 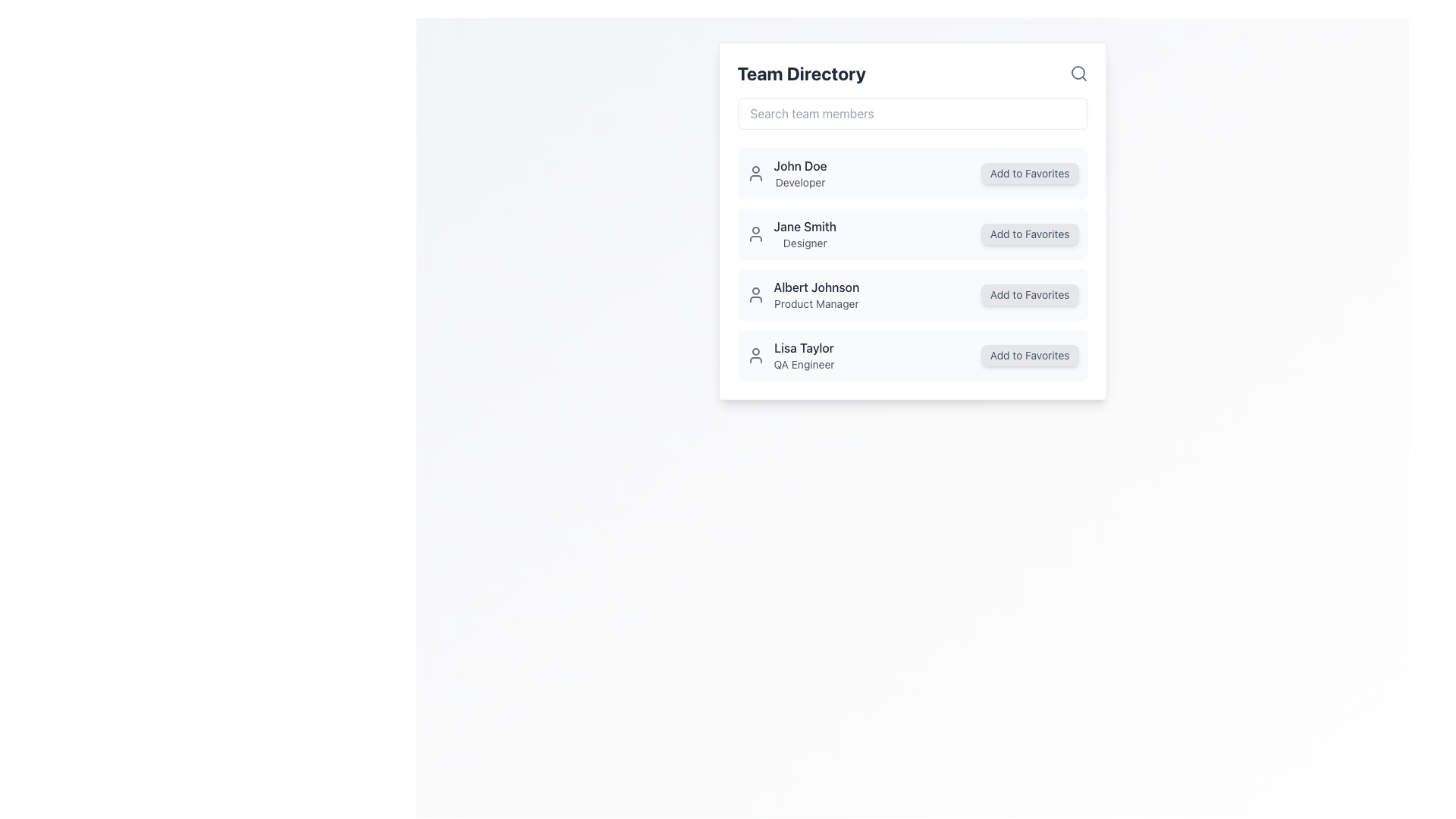 I want to click on the text label displaying 'Lisa Taylor' in bold, dark gray font, located in the fourth row of the team directory, above the job title 'QA Engineer' and to the left of the 'Add to Favorites' button, so click(x=803, y=348).